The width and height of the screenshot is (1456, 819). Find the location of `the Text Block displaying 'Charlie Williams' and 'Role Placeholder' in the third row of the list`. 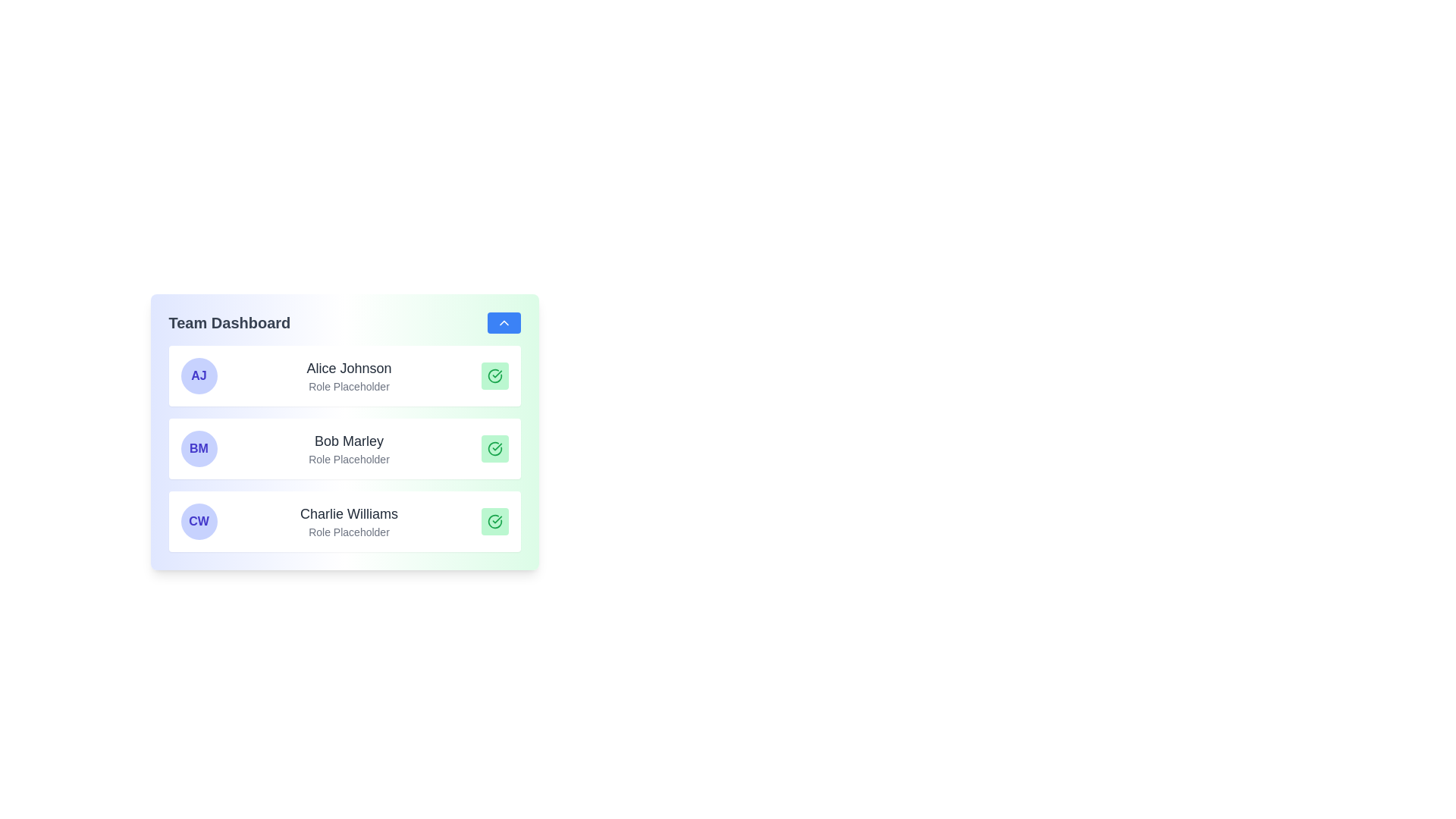

the Text Block displaying 'Charlie Williams' and 'Role Placeholder' in the third row of the list is located at coordinates (348, 520).